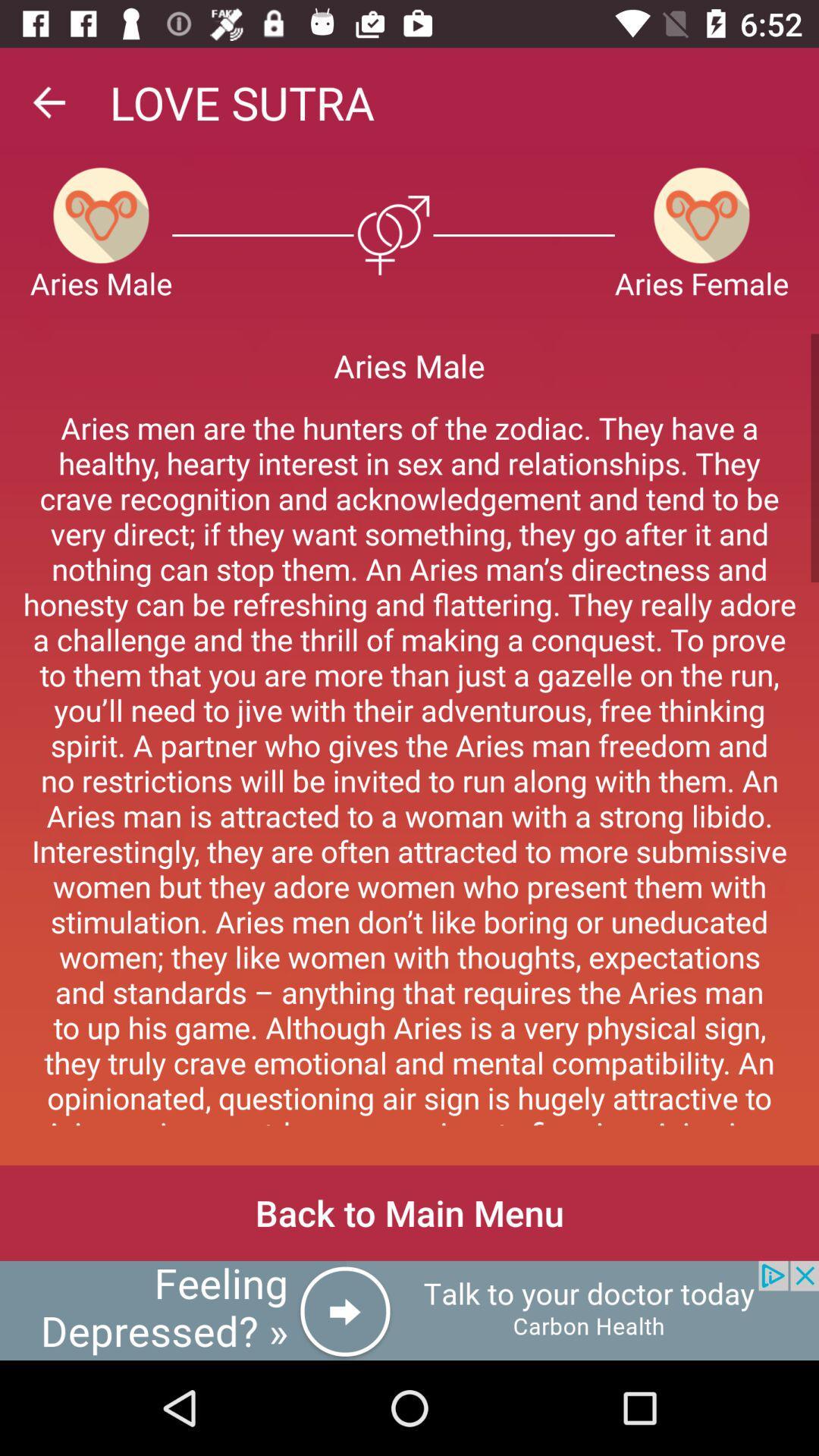 The height and width of the screenshot is (1456, 819). Describe the element at coordinates (48, 102) in the screenshot. I see `the arrow_backward icon` at that location.